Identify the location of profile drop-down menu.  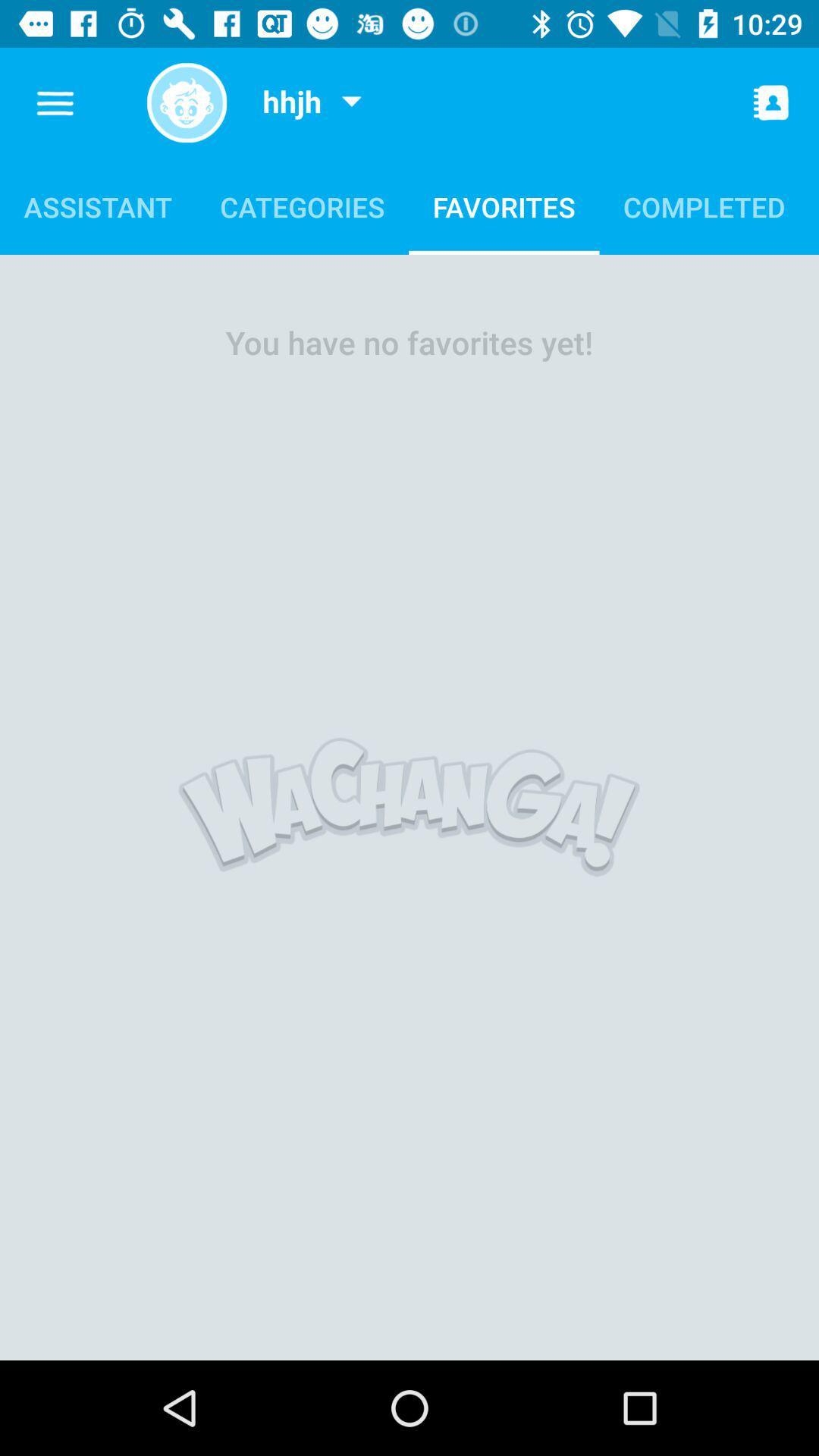
(351, 102).